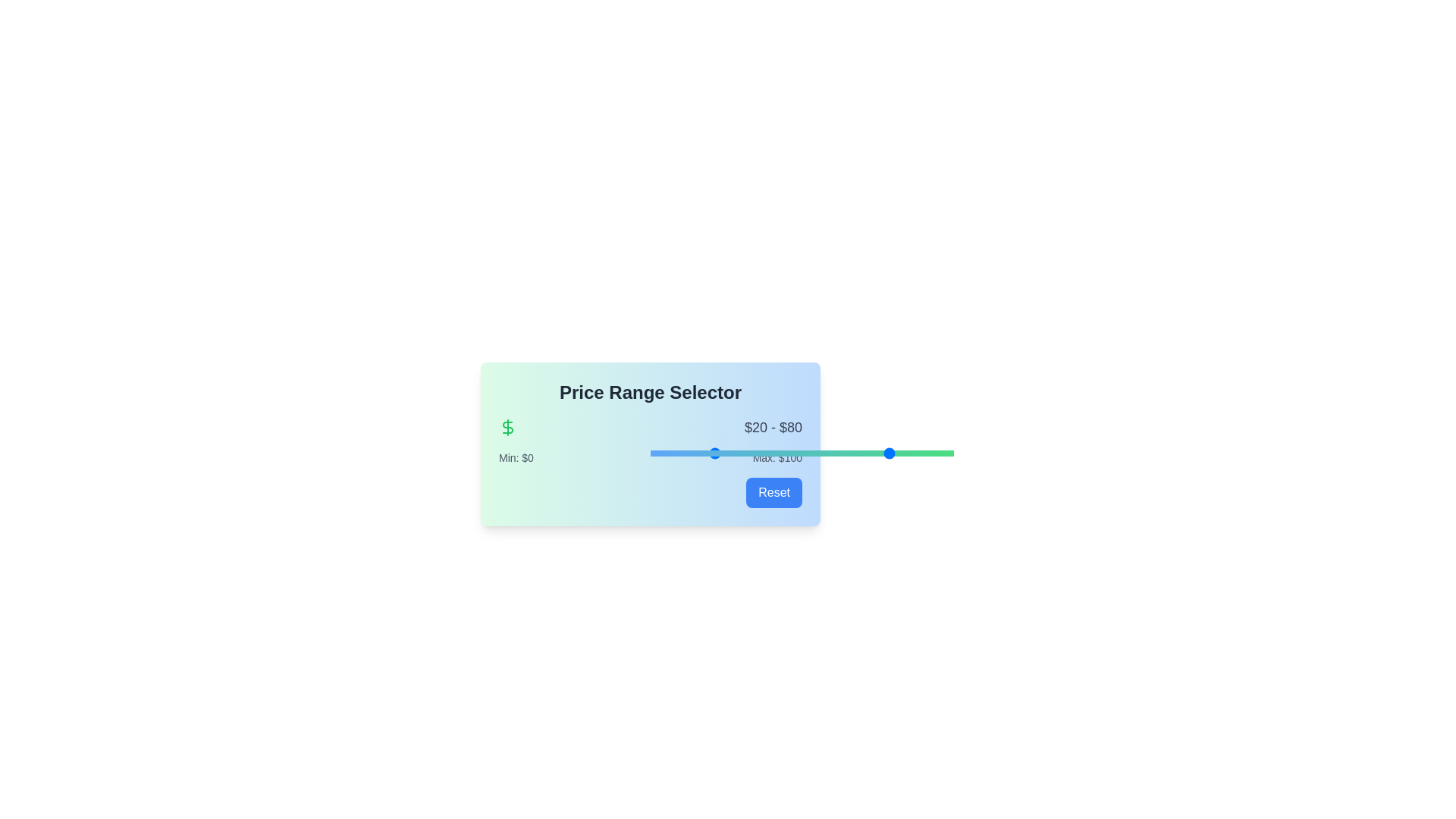 Image resolution: width=1456 pixels, height=819 pixels. What do you see at coordinates (651, 457) in the screenshot?
I see `the label displaying the price range ($0 to $100), which is positioned below the price slider and aligned between the left boundary ($) and the right boundary (Reset button)` at bounding box center [651, 457].